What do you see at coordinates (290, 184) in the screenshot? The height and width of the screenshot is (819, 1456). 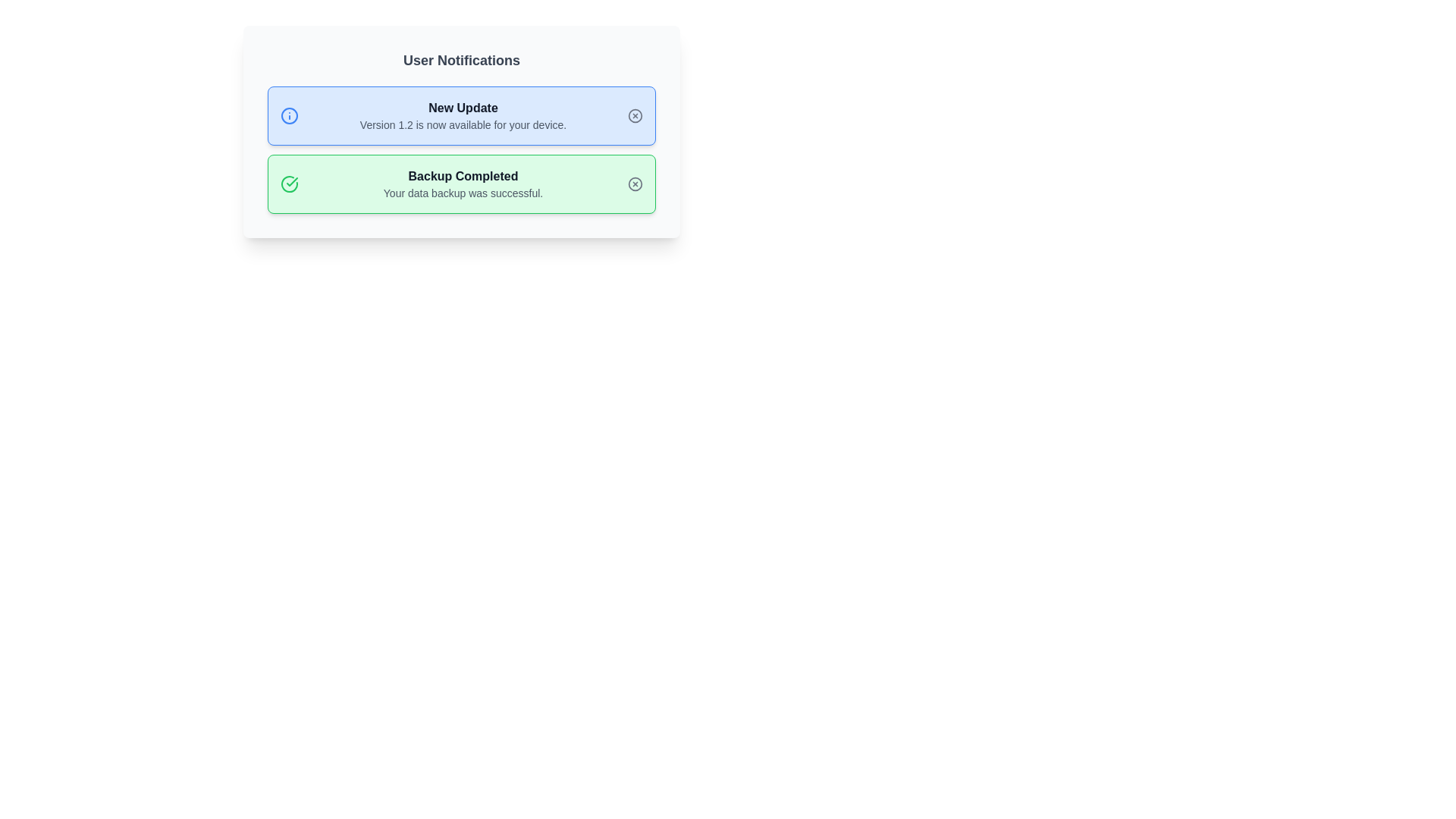 I see `SVG graphical icon representing a successful operation in the 'Backup Completed' notification panel to view its structure and attributes` at bounding box center [290, 184].